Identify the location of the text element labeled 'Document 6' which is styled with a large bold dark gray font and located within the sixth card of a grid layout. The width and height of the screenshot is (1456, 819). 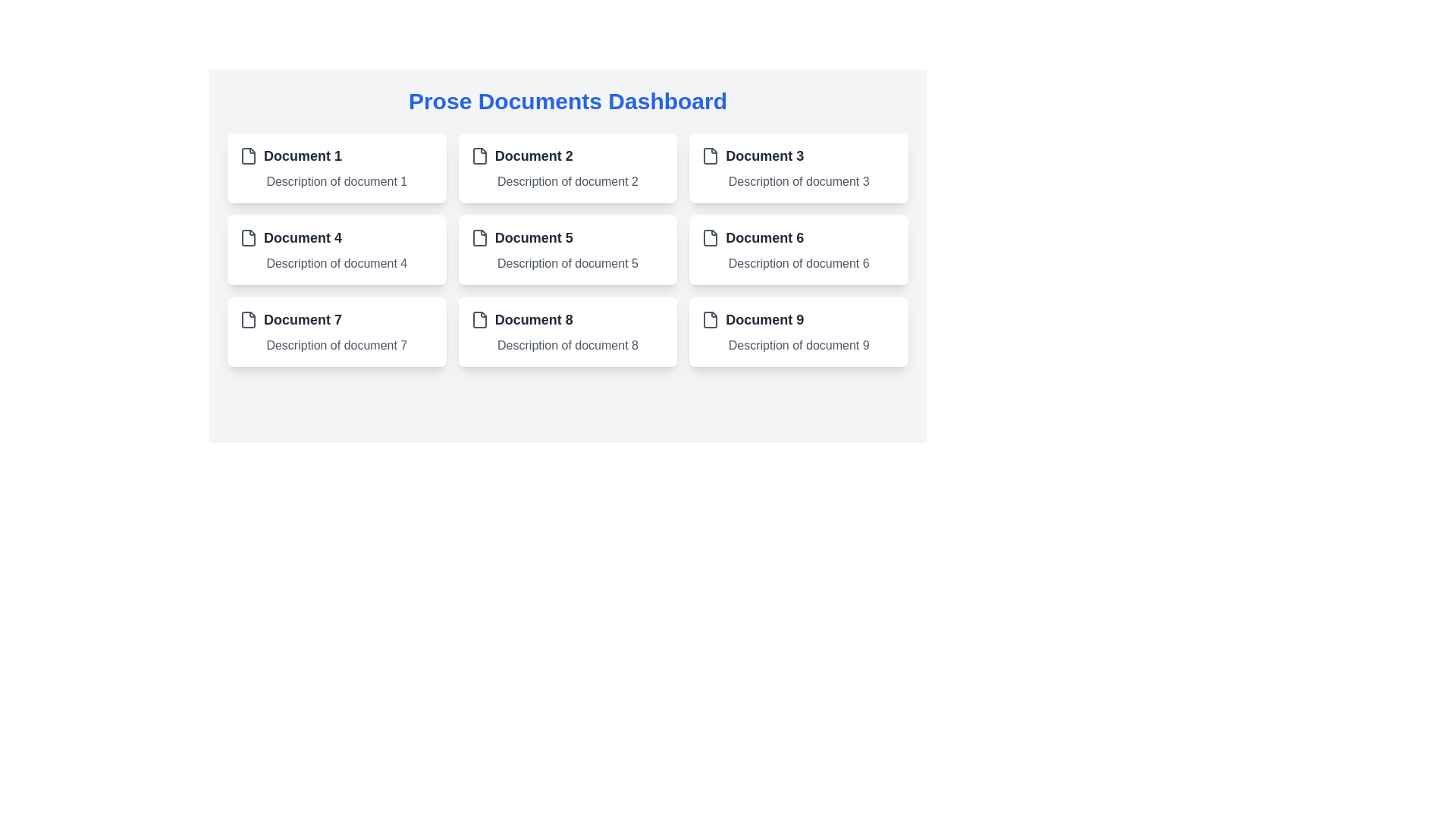
(764, 237).